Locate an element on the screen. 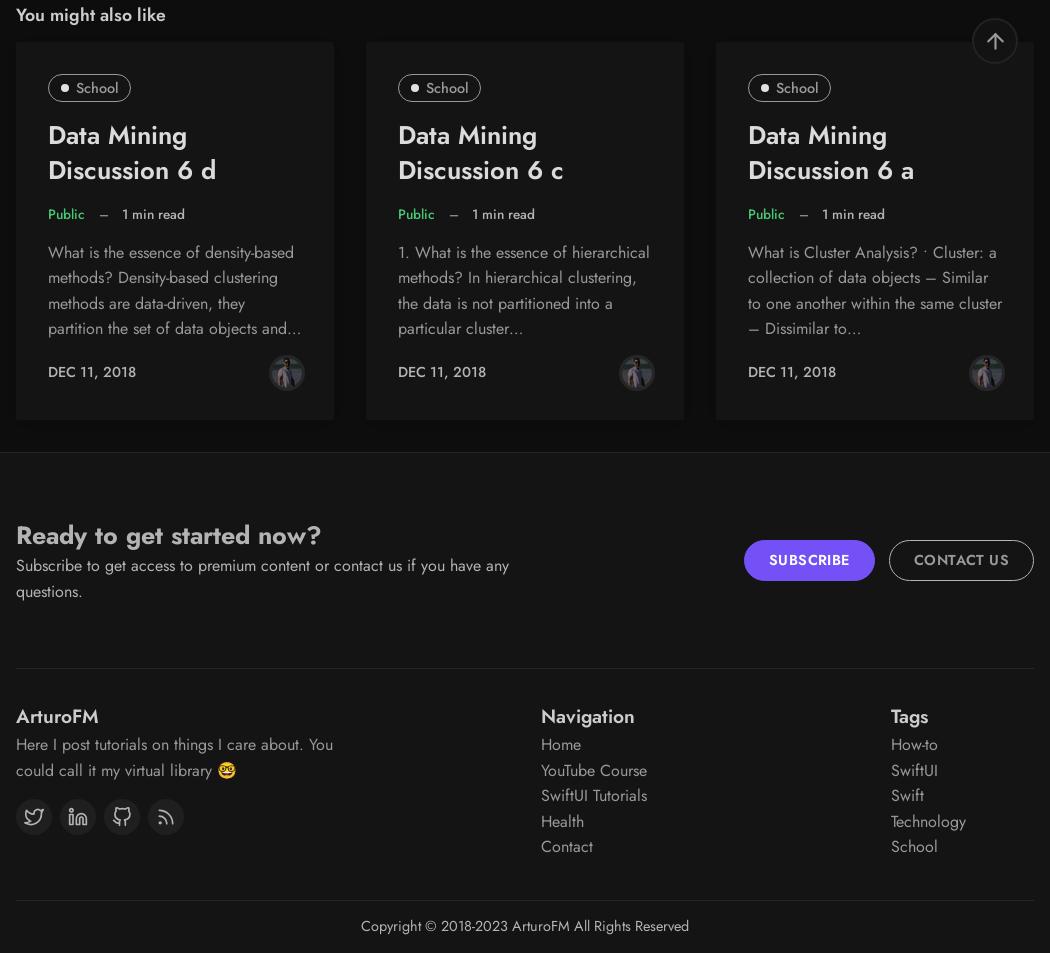 The width and height of the screenshot is (1050, 953). 'Subscribe to get access to premium content or contact us if you have any questions.' is located at coordinates (262, 577).